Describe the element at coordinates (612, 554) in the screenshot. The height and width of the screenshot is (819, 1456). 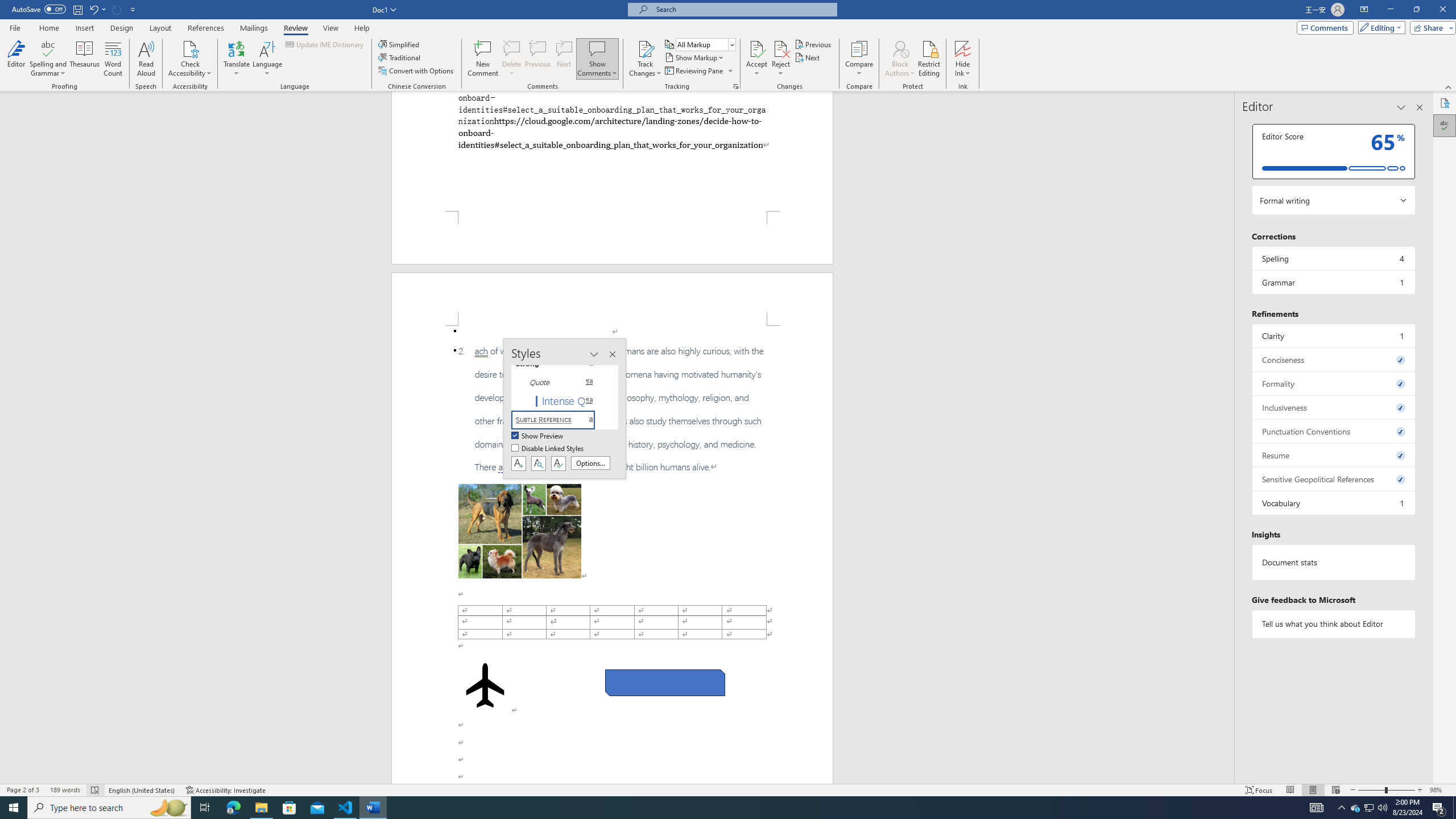
I see `'Page 2 content'` at that location.